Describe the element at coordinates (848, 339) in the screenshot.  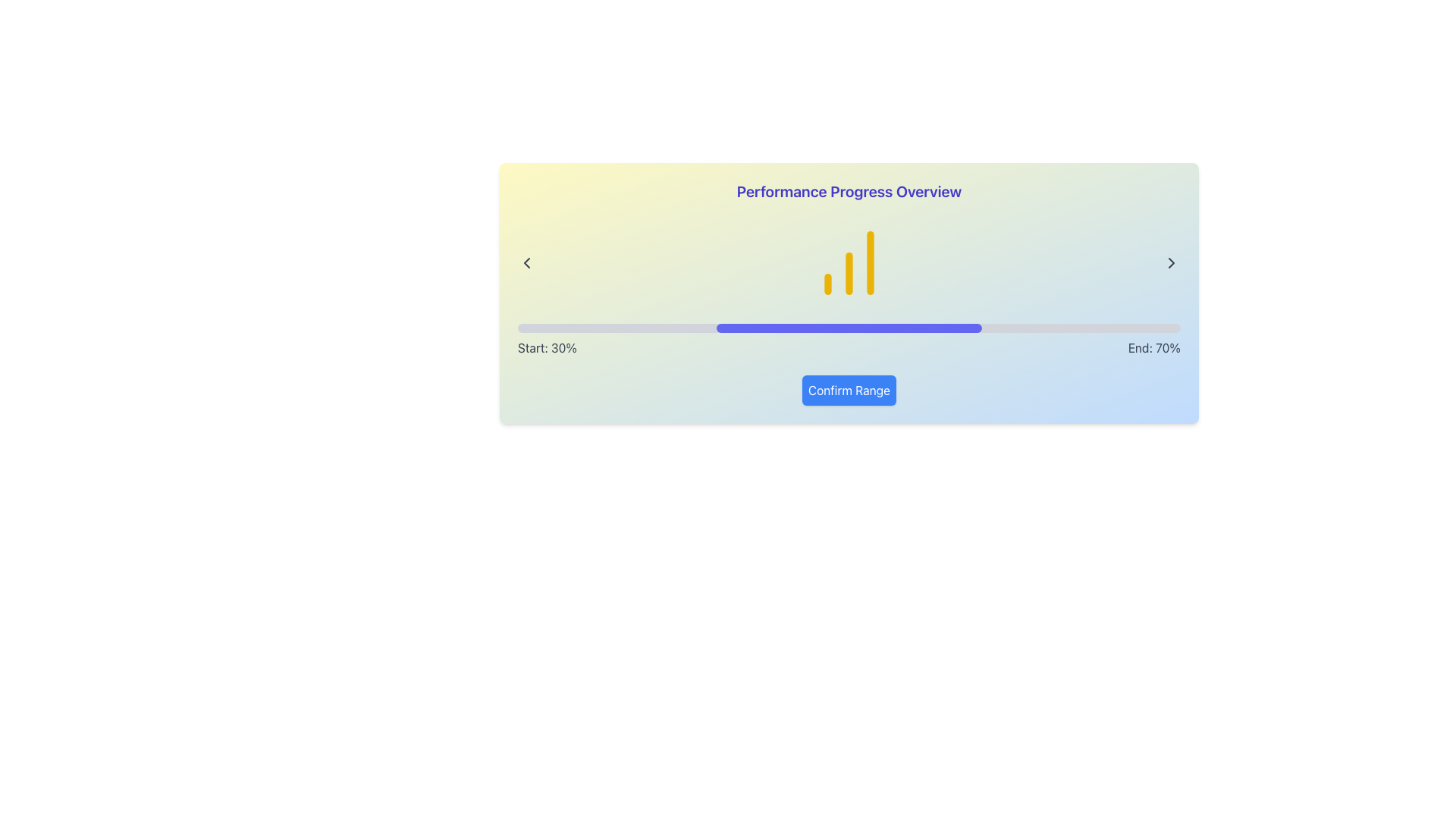
I see `percentage labels 'Start: 30%' and 'End: 70%' on the combined UI component consisting of a progress bar and textual labels located below the title 'Performance Progress Overview'` at that location.